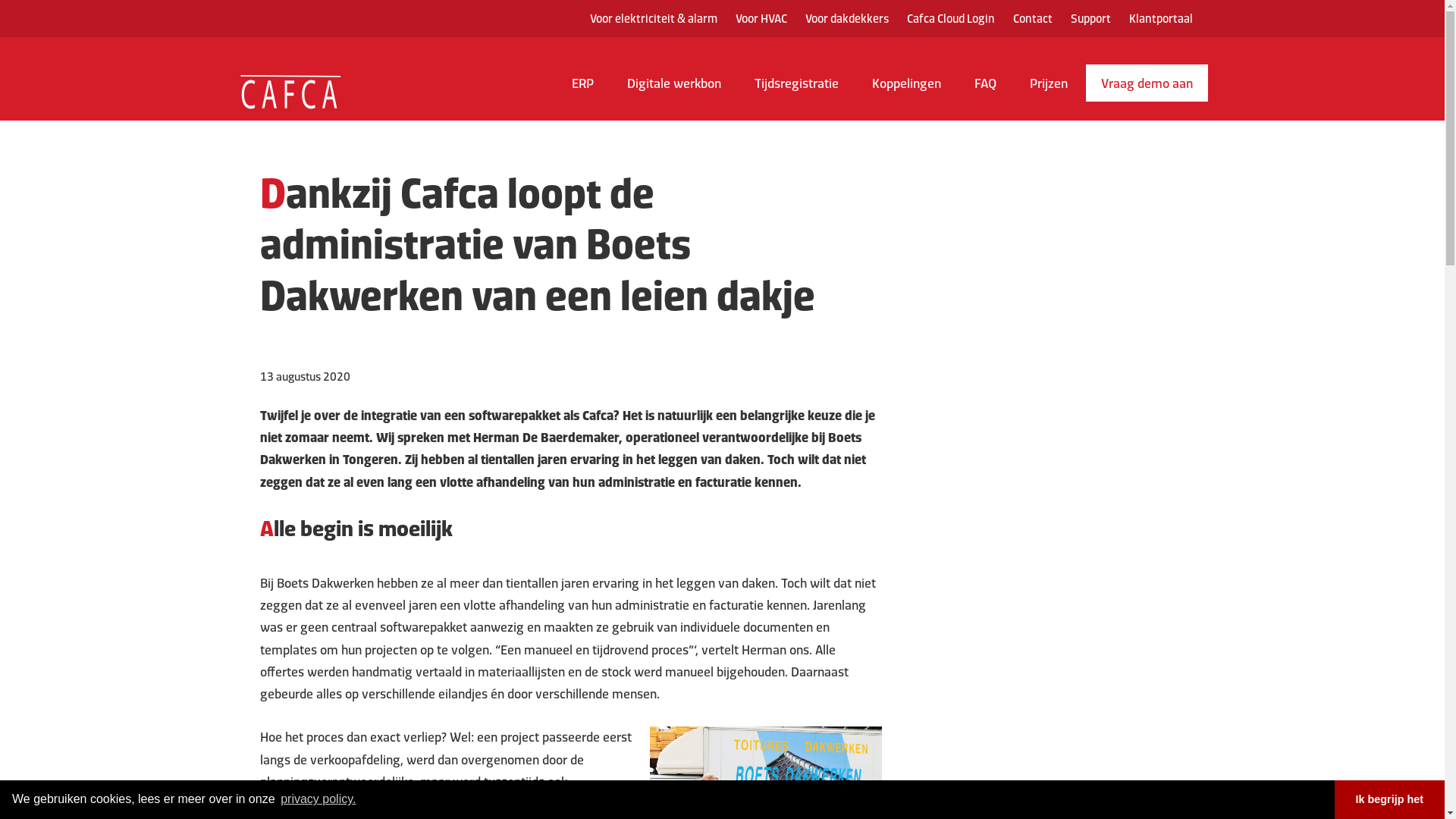 This screenshot has width=1456, height=819. Describe the element at coordinates (1047, 89) in the screenshot. I see `'Prijzen'` at that location.